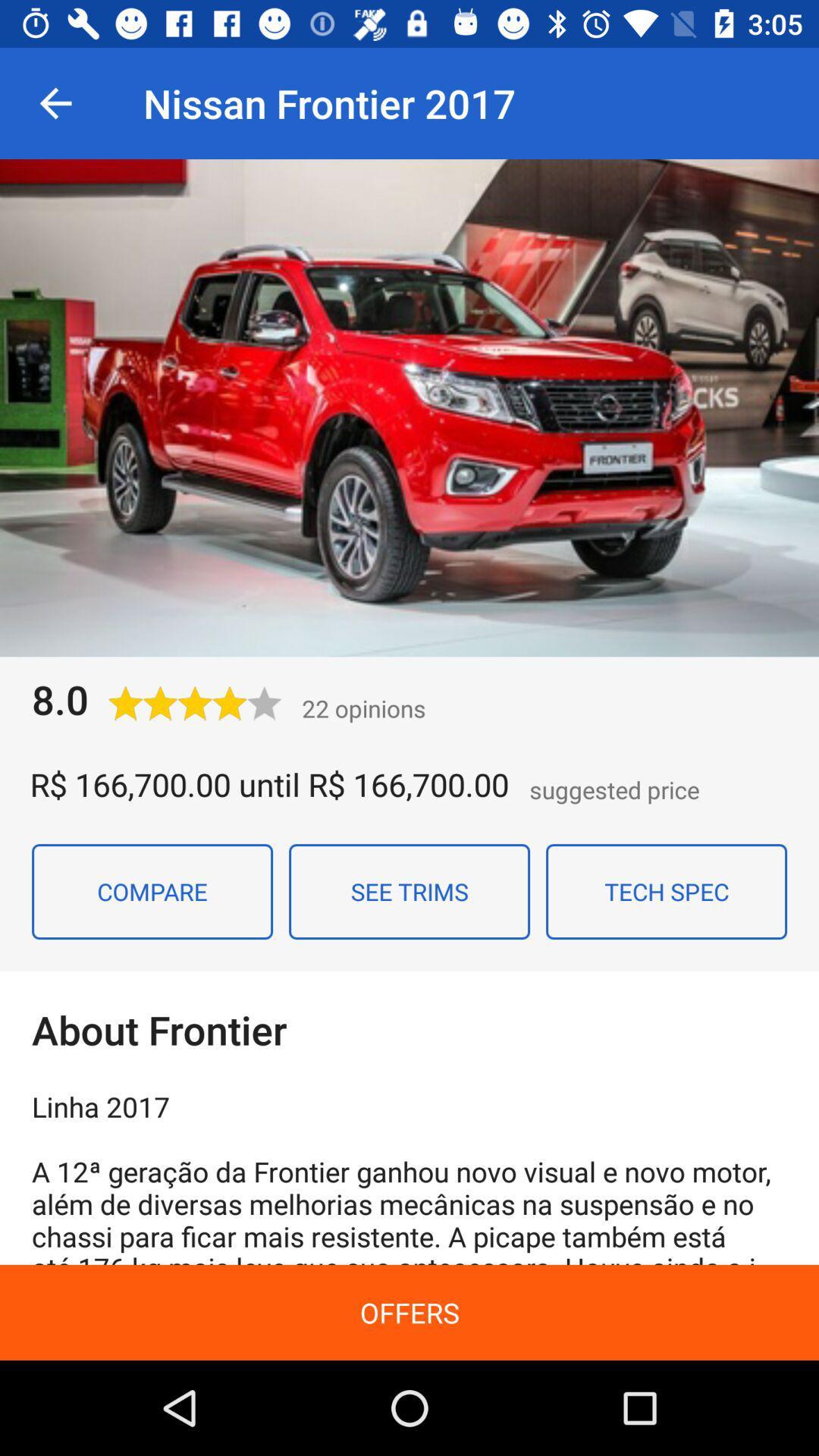  What do you see at coordinates (409, 892) in the screenshot?
I see `item below r 166 700 icon` at bounding box center [409, 892].